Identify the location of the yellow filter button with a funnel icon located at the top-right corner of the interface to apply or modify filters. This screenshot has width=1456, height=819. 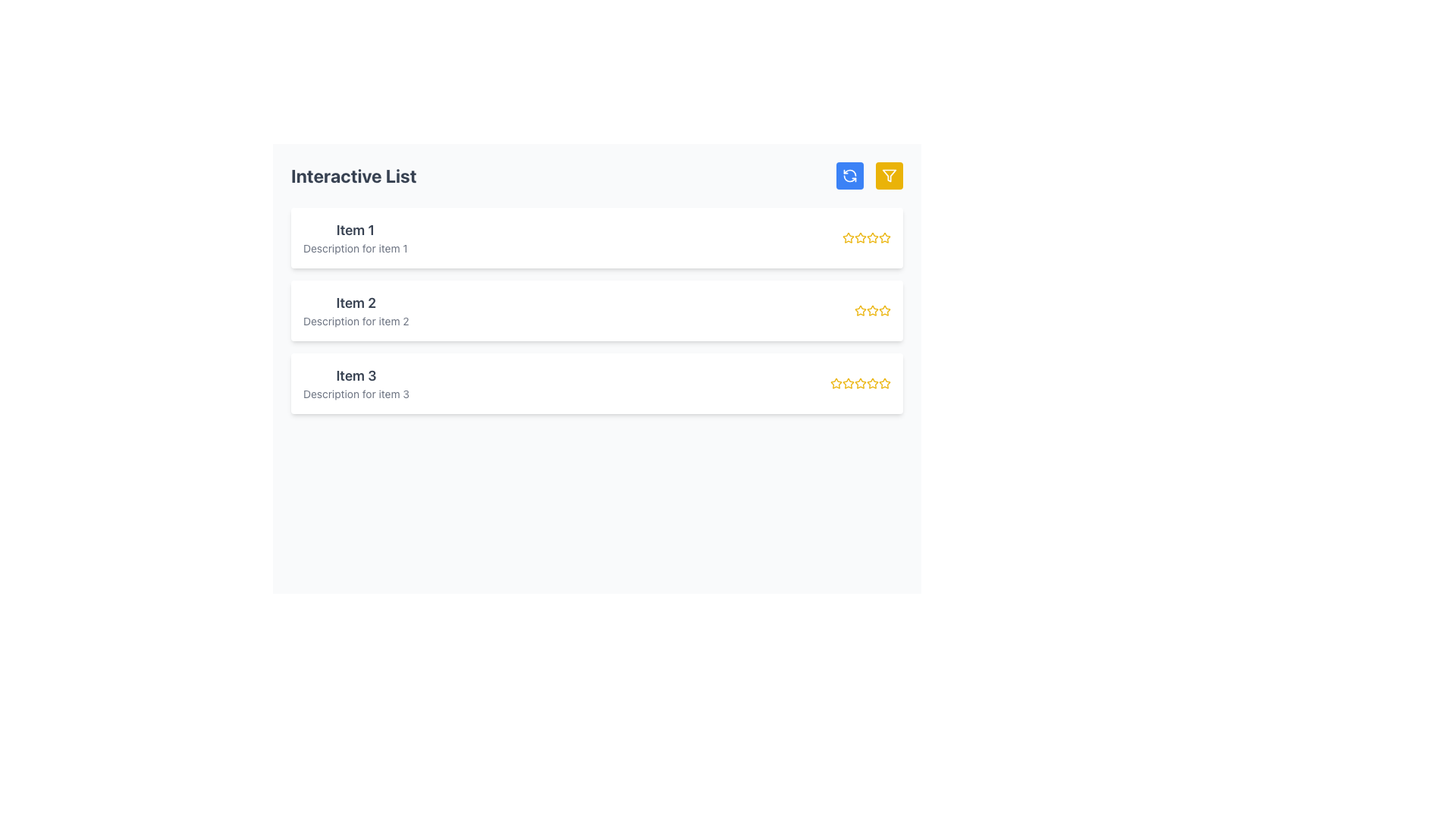
(889, 174).